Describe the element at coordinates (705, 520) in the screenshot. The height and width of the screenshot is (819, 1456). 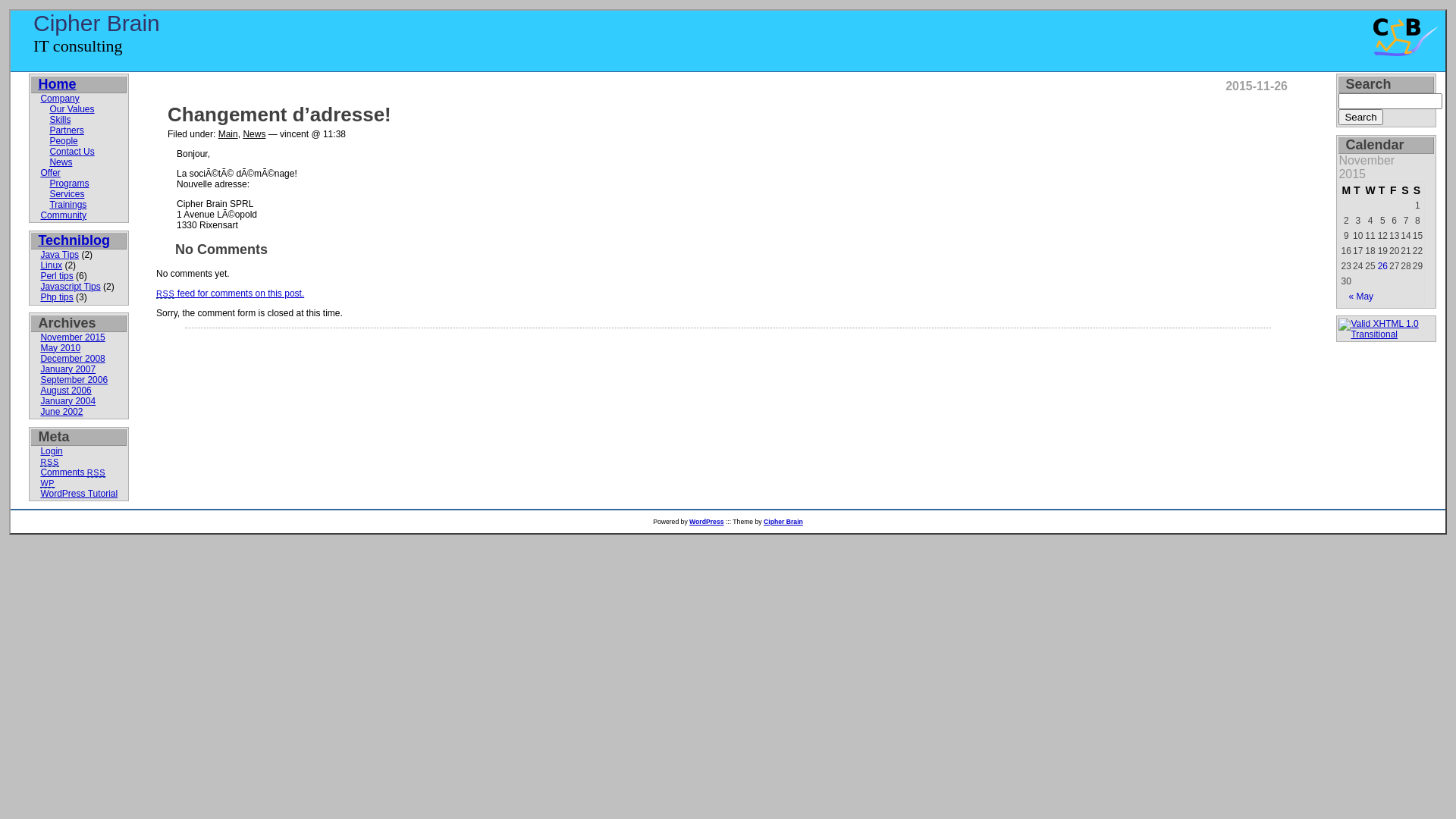
I see `'WordPress'` at that location.